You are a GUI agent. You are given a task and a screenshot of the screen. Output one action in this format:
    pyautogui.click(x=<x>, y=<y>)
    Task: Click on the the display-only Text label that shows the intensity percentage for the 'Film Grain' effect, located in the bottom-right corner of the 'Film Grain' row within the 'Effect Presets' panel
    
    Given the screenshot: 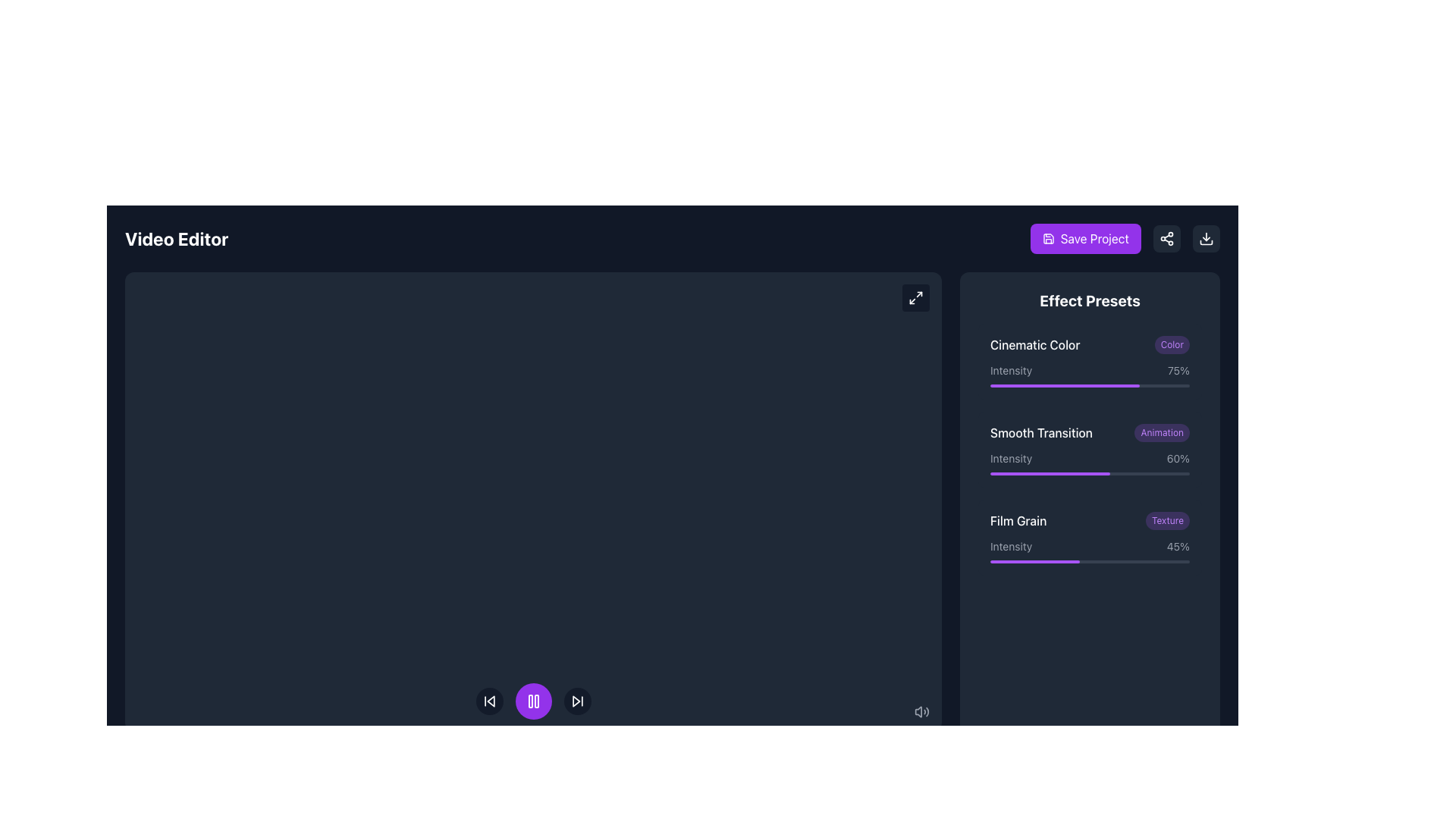 What is the action you would take?
    pyautogui.click(x=1177, y=547)
    